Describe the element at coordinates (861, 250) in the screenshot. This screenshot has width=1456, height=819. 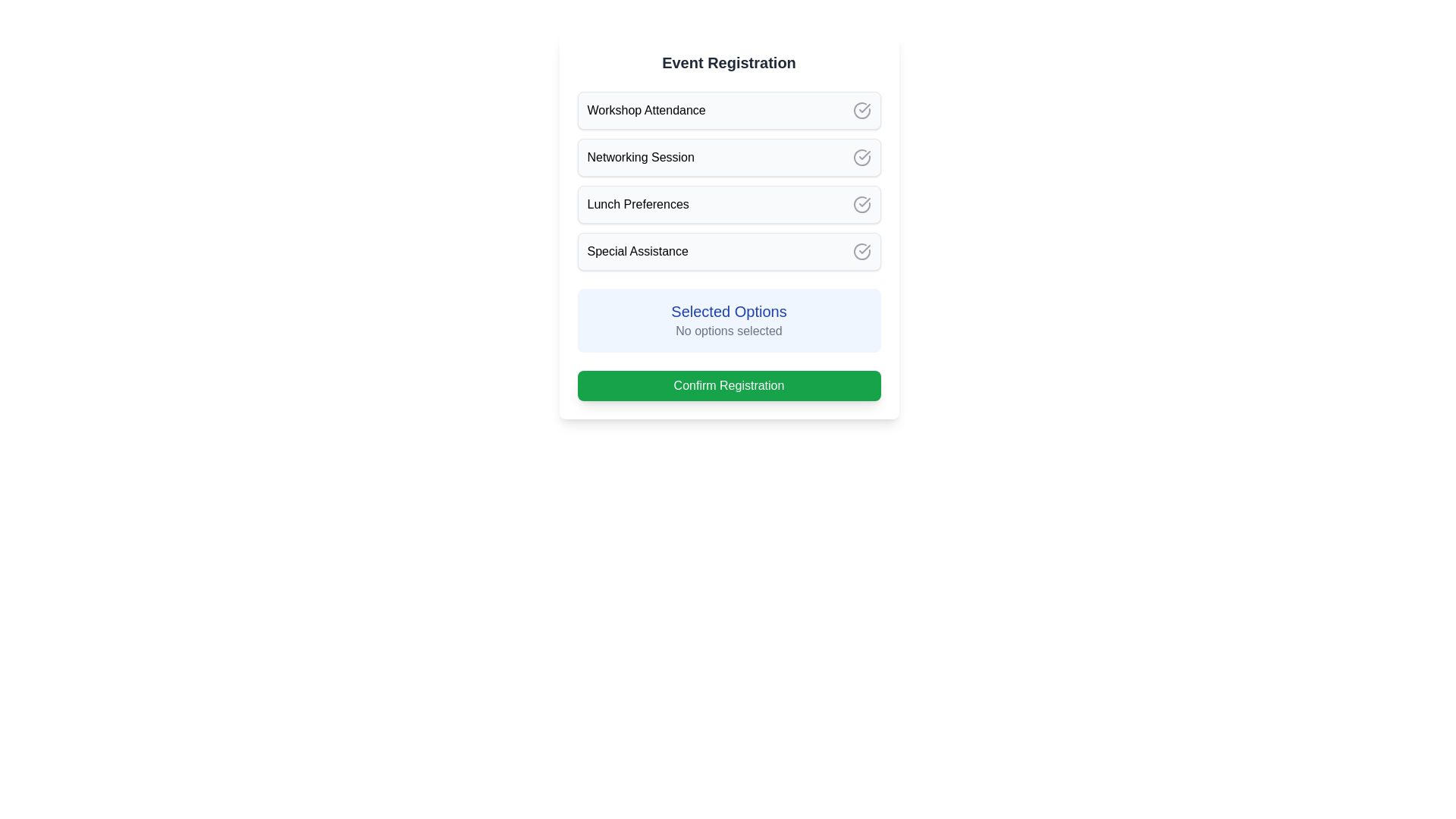
I see `the circular status indicator icon with a checkmark located at the far right of the 'Special Assistance' row` at that location.